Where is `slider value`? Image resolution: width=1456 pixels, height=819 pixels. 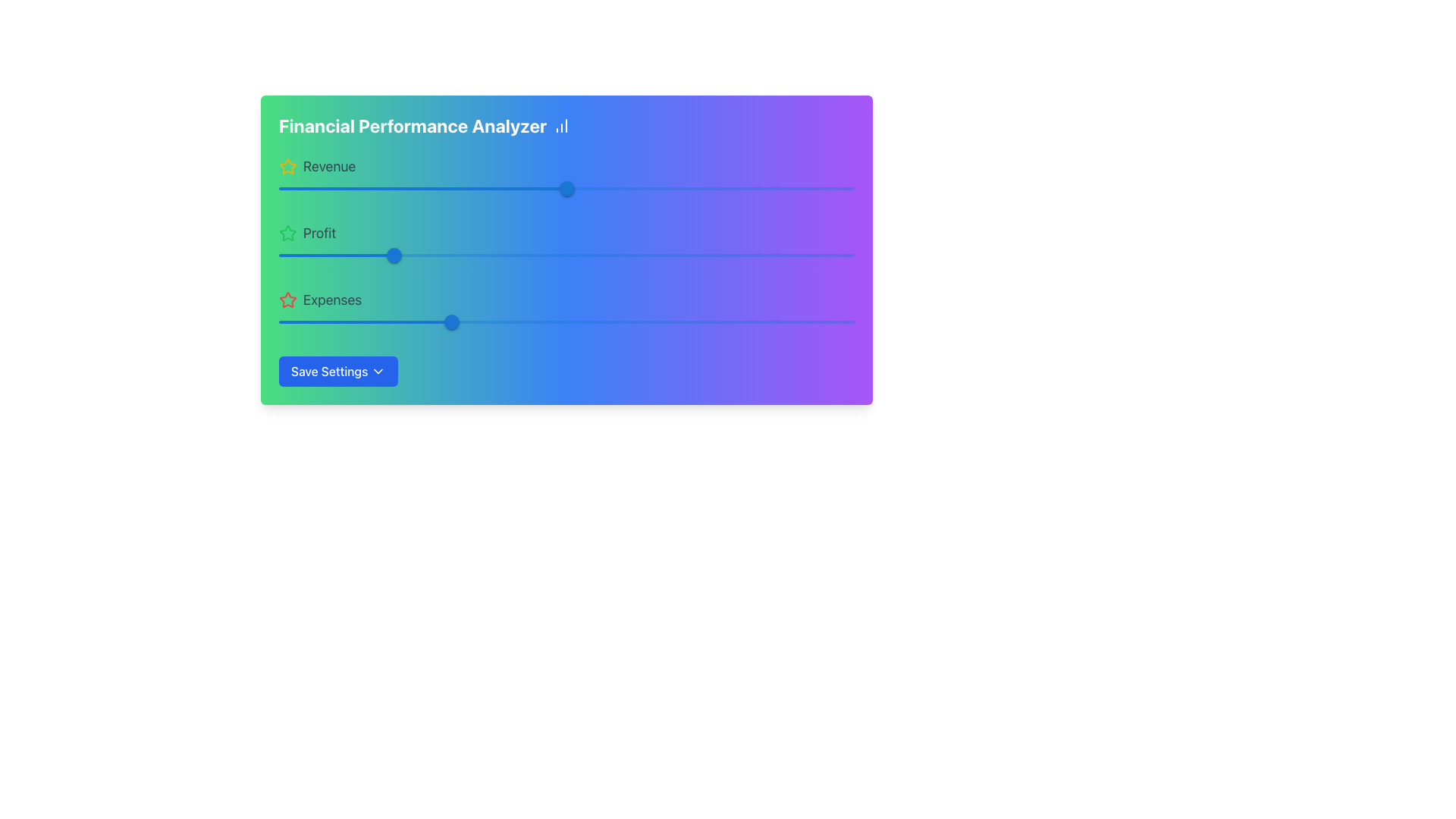
slider value is located at coordinates (387, 254).